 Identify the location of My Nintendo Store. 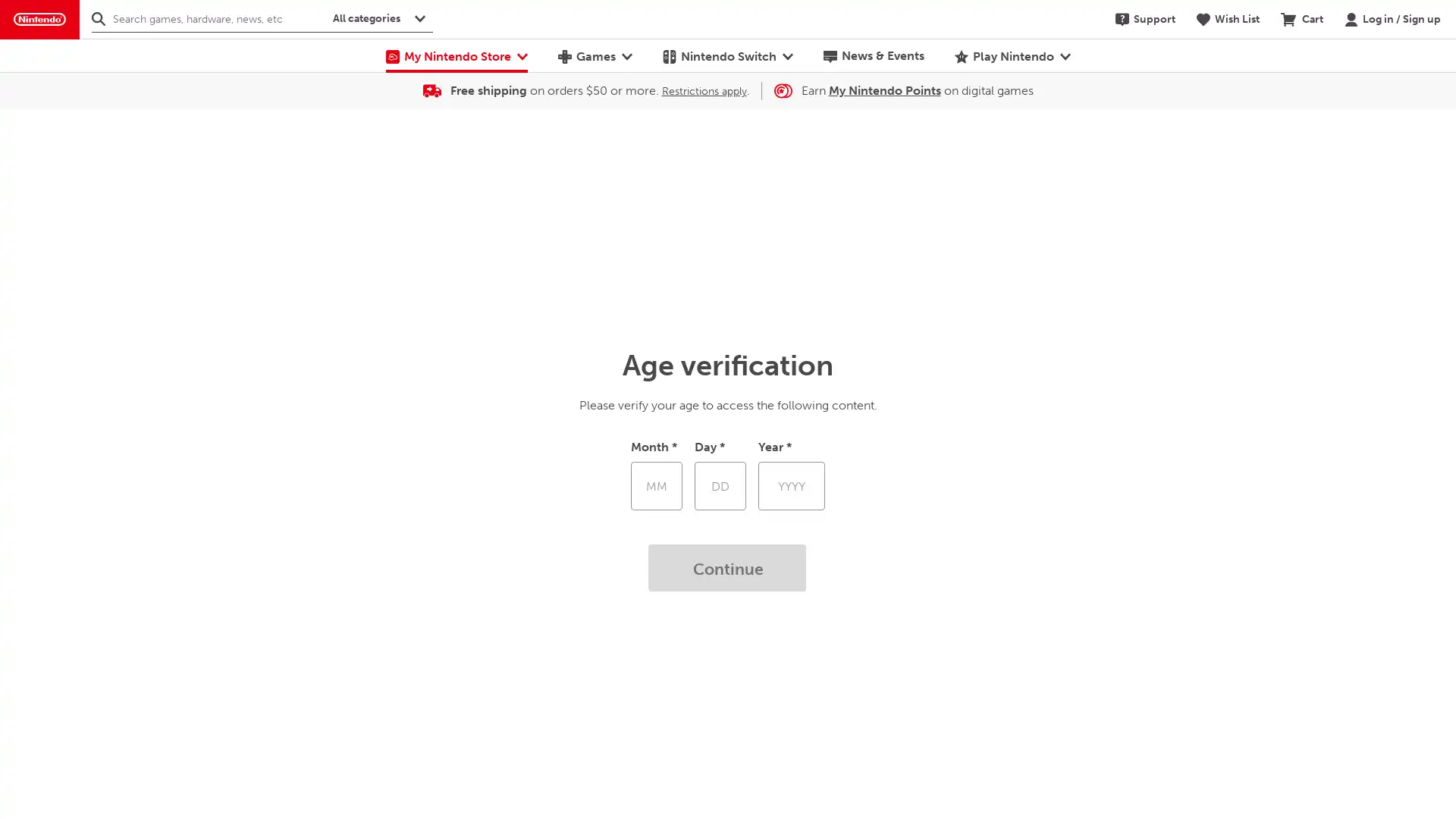
(455, 55).